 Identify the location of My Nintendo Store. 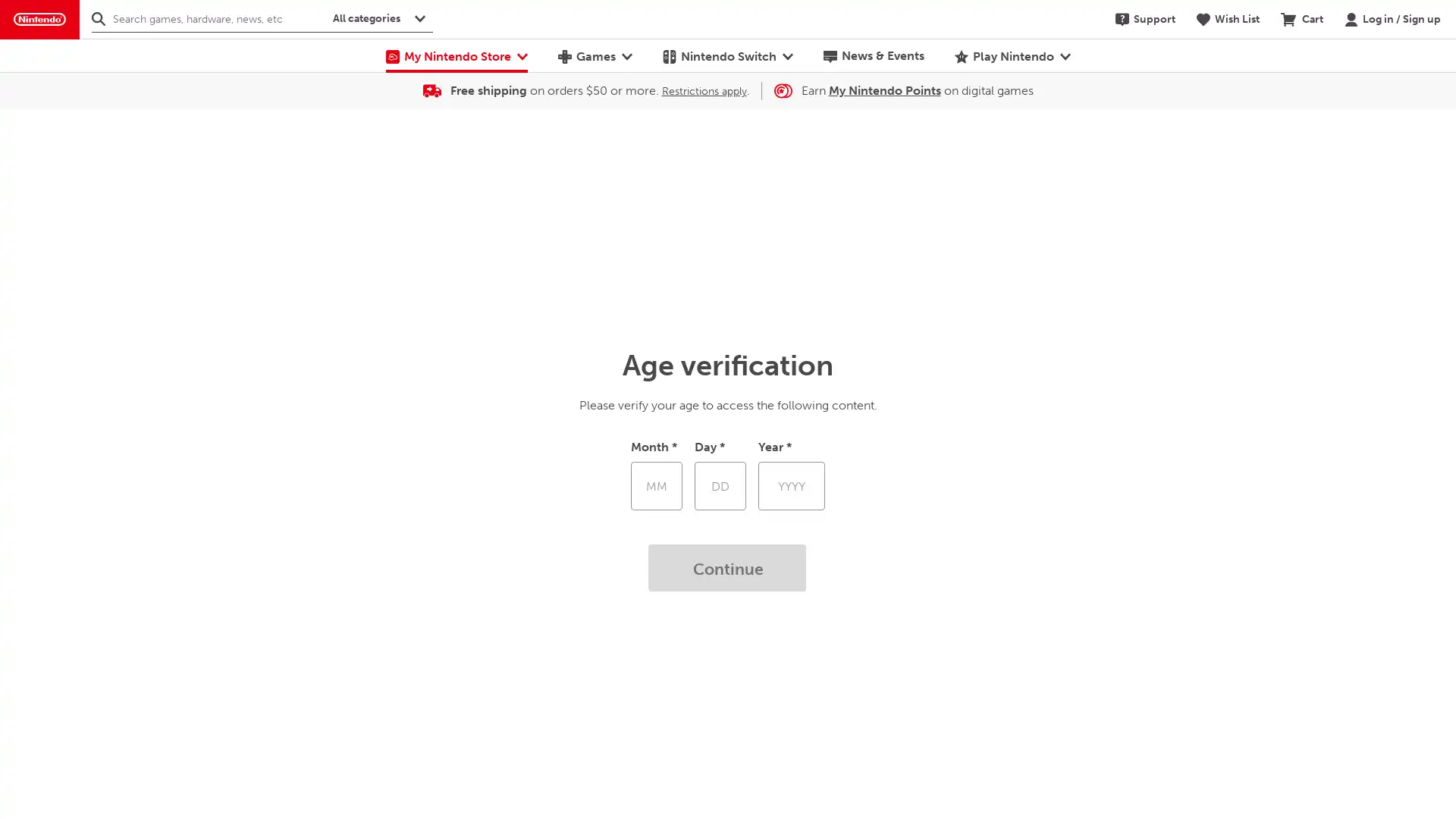
(455, 55).